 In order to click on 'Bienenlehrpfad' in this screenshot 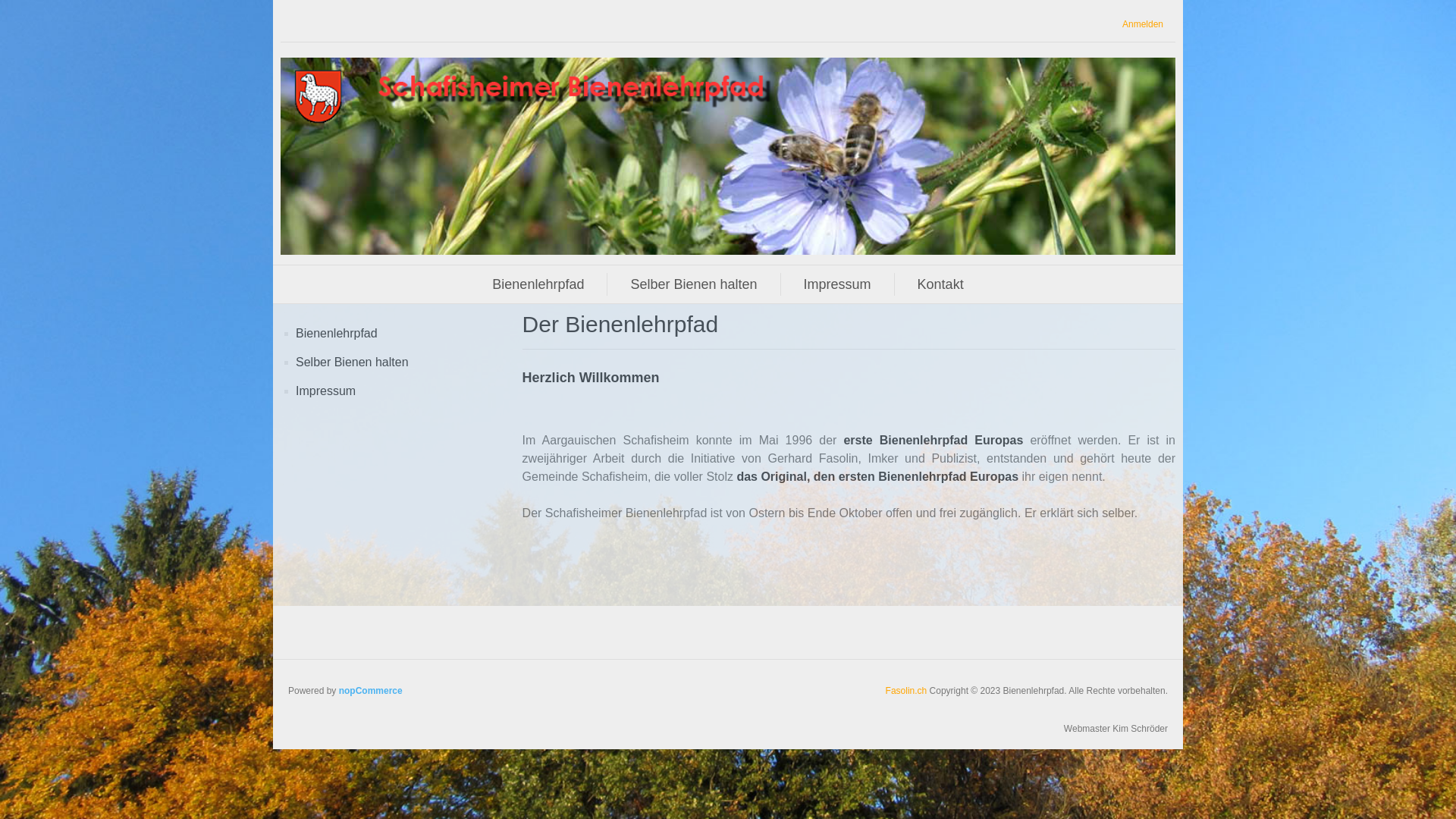, I will do `click(538, 284)`.